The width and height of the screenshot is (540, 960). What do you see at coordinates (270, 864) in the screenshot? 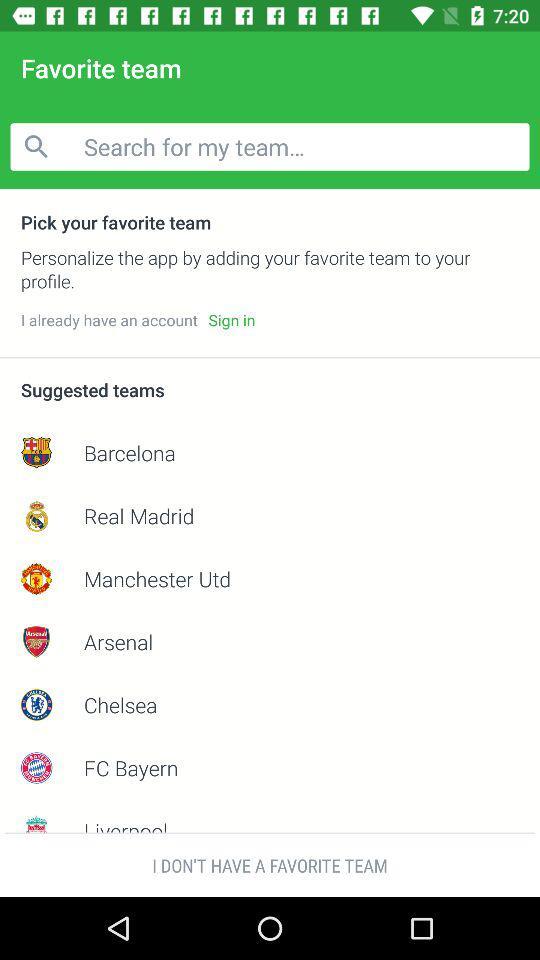
I see `i don t` at bounding box center [270, 864].